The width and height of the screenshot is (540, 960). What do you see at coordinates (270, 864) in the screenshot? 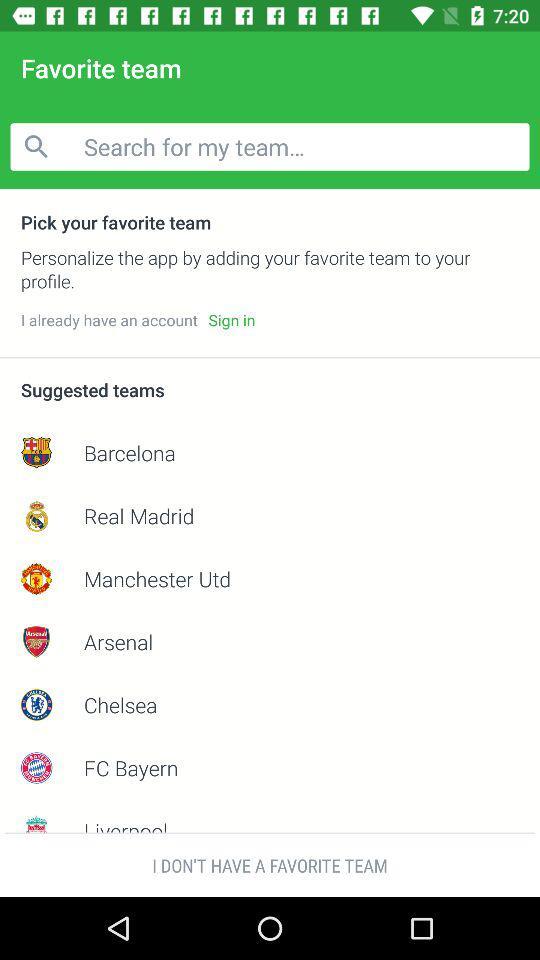
I see `i don t` at bounding box center [270, 864].